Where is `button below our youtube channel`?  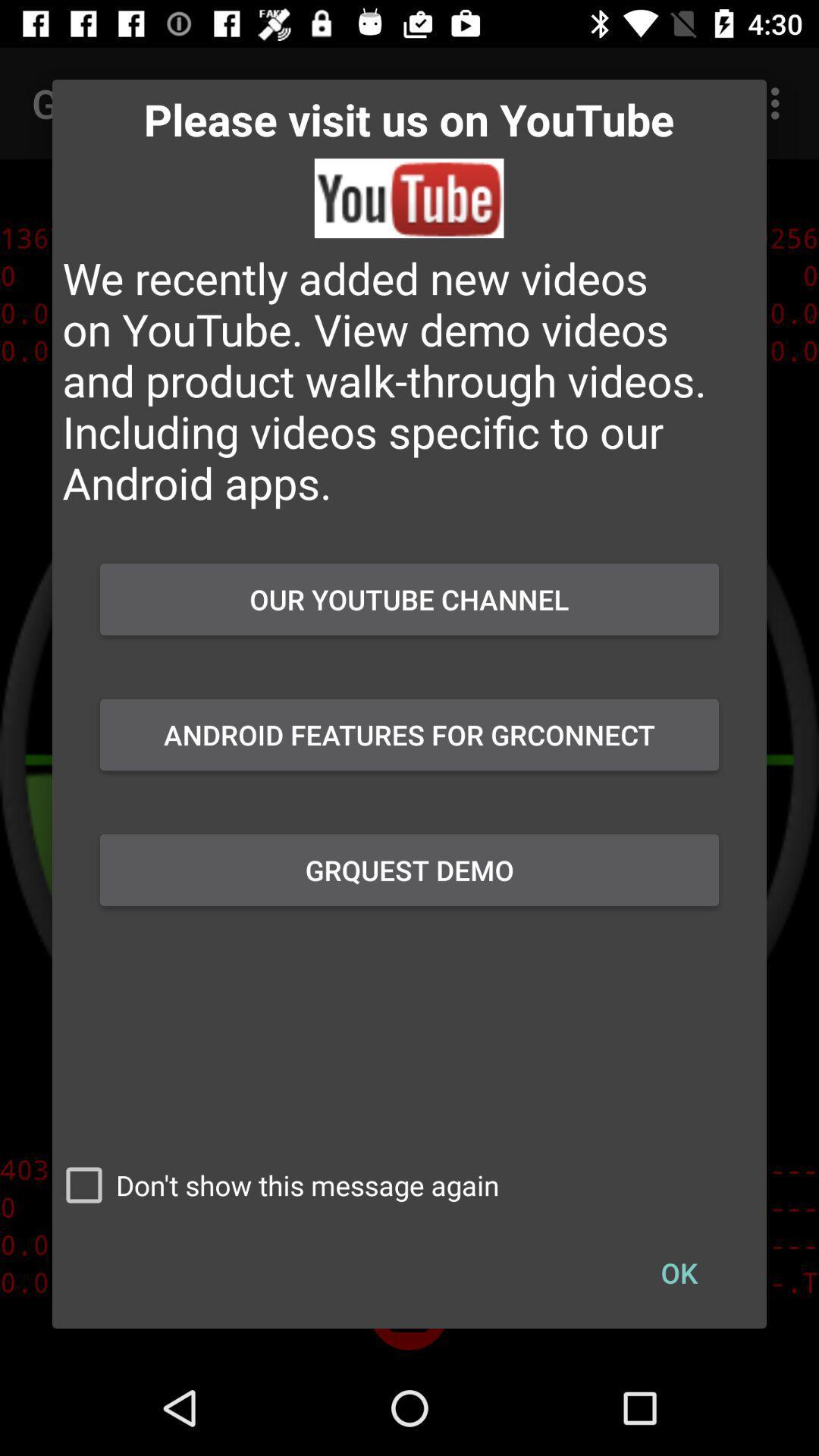 button below our youtube channel is located at coordinates (409, 735).